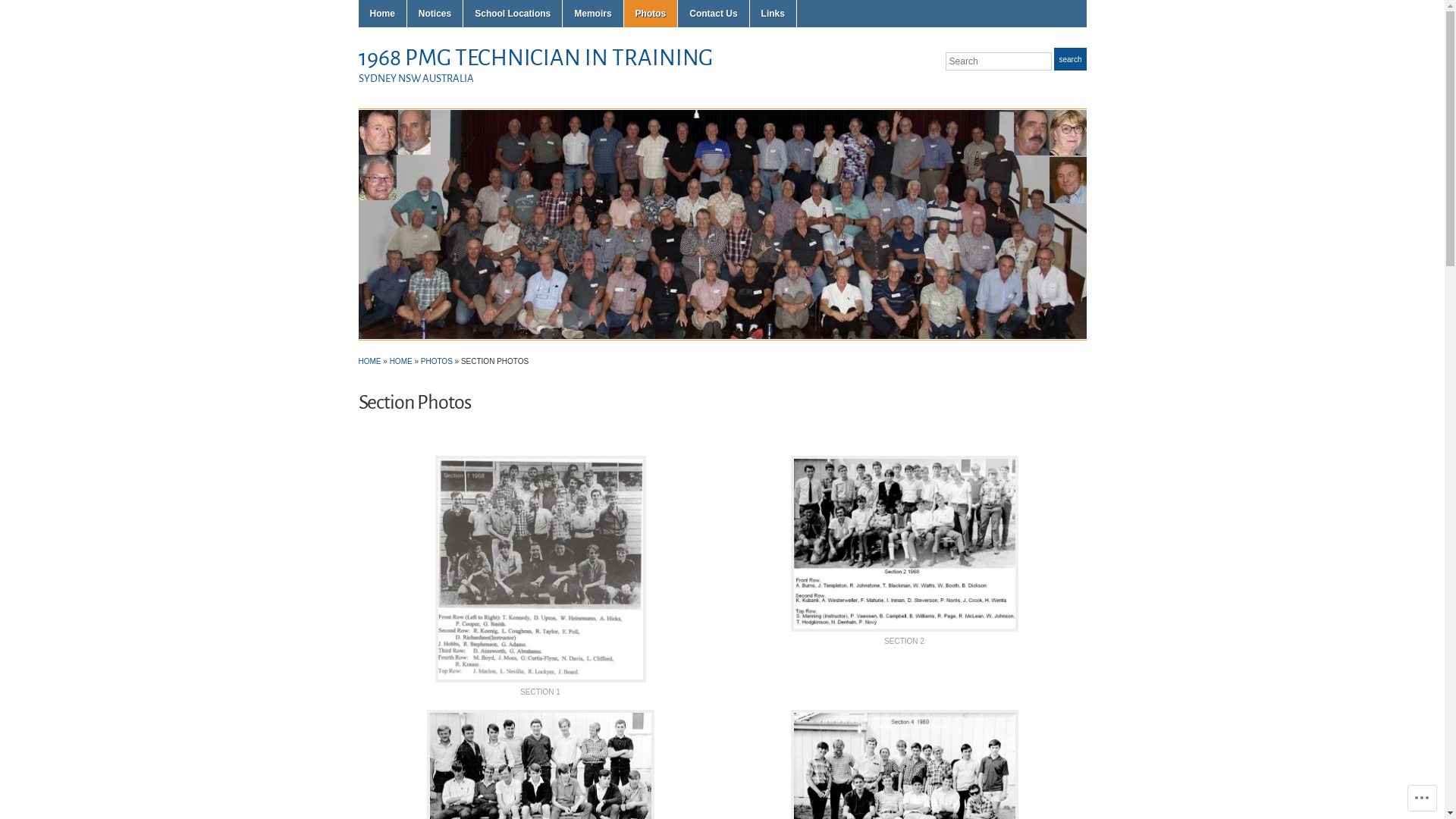 The width and height of the screenshot is (1456, 819). I want to click on 'Links', so click(773, 14).